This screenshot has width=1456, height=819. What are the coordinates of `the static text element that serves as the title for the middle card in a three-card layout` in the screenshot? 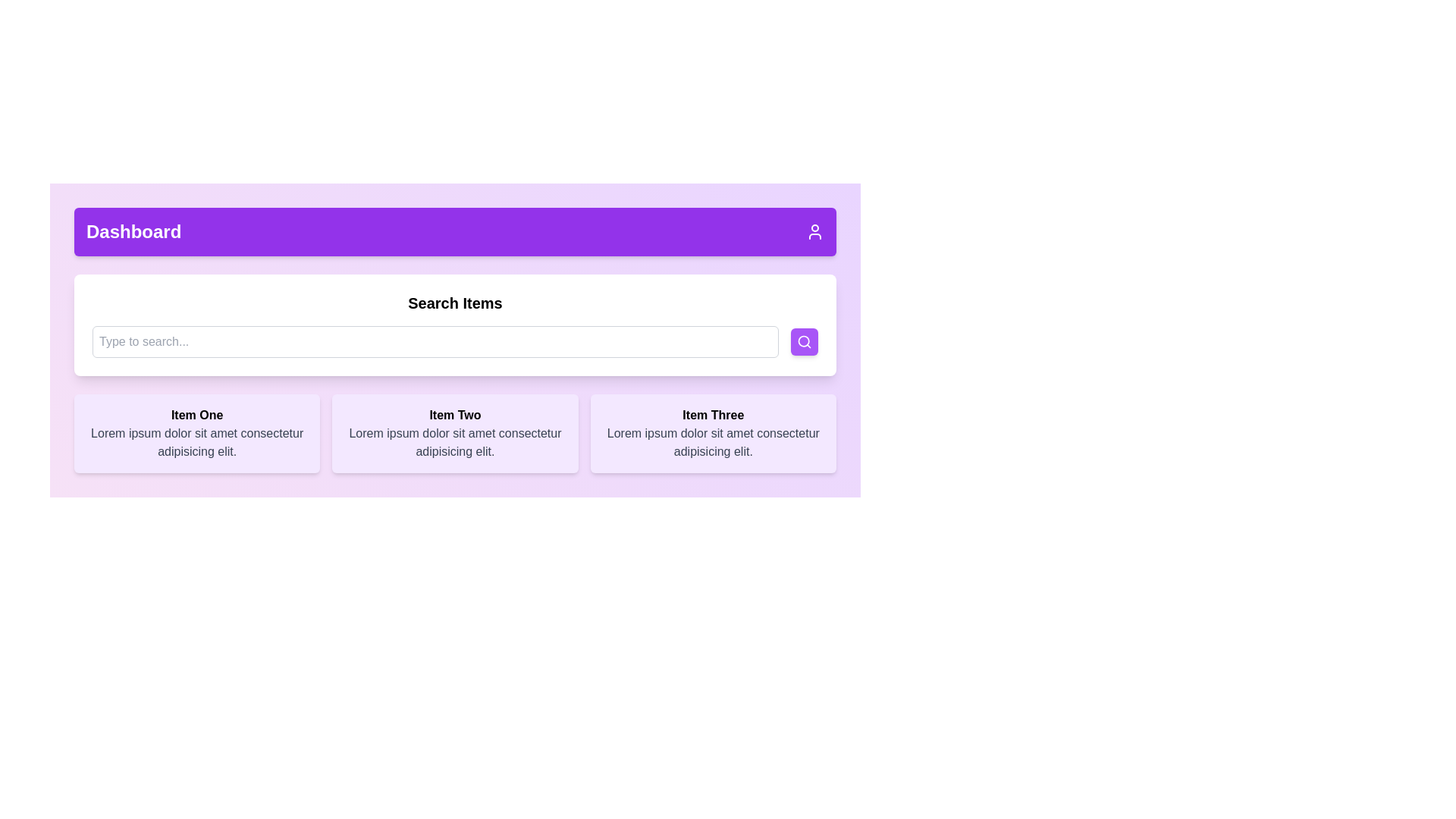 It's located at (454, 415).